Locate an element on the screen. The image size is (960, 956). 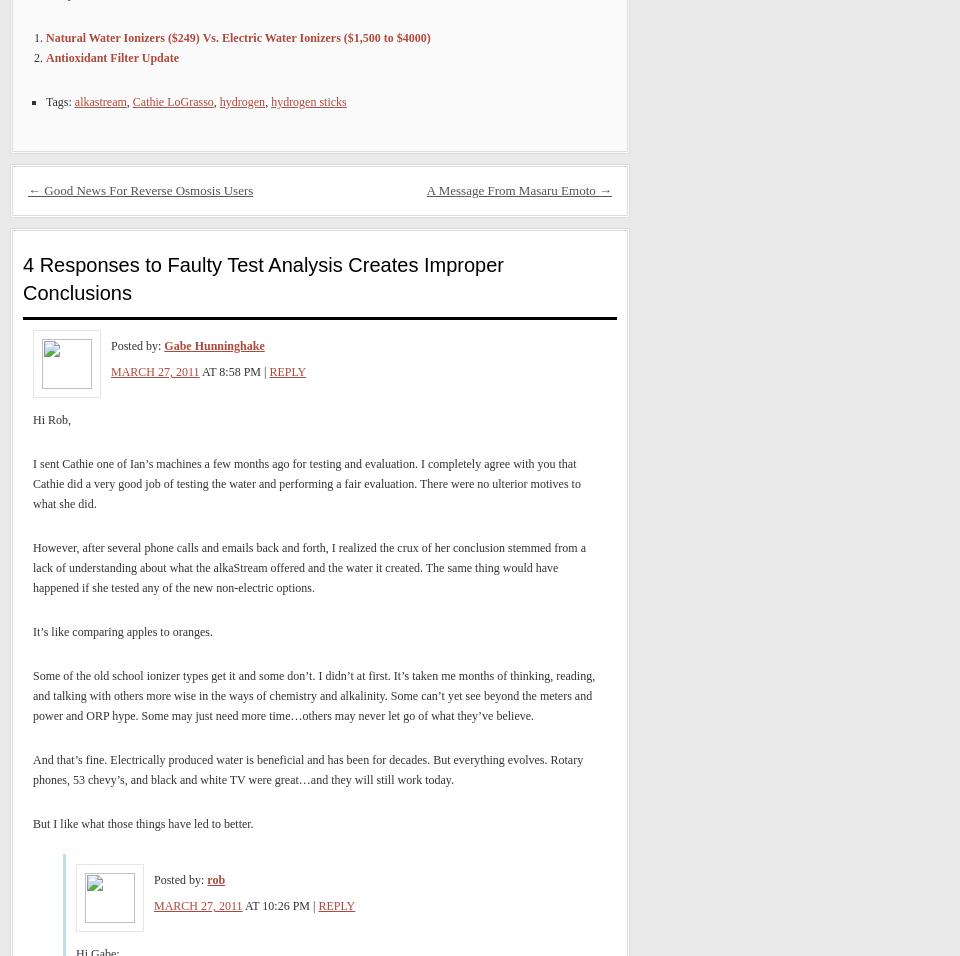
'Antioxidant Filter Update' is located at coordinates (112, 57).